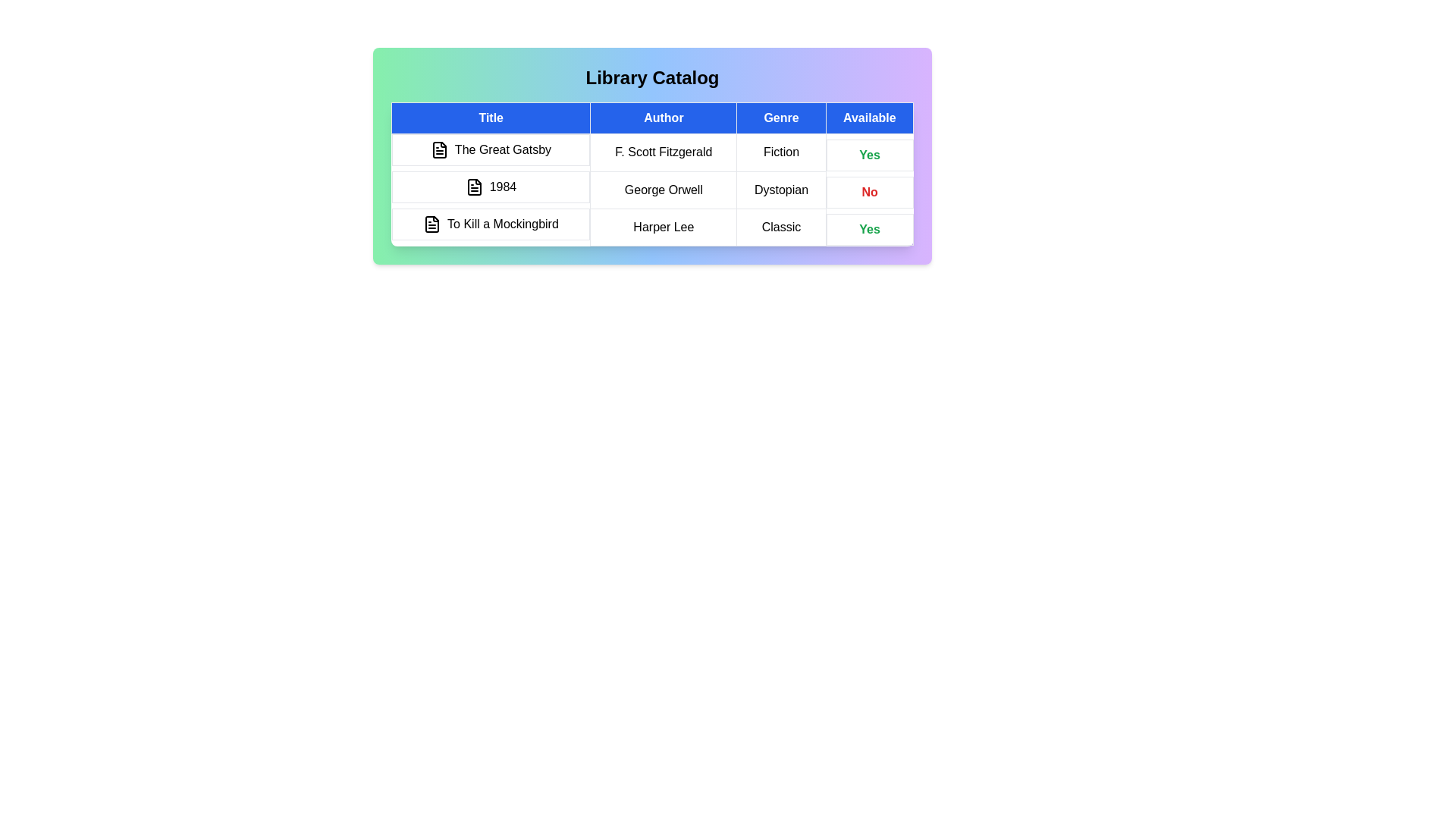 The height and width of the screenshot is (819, 1456). What do you see at coordinates (652, 189) in the screenshot?
I see `the row corresponding to the book '1984' in the table` at bounding box center [652, 189].